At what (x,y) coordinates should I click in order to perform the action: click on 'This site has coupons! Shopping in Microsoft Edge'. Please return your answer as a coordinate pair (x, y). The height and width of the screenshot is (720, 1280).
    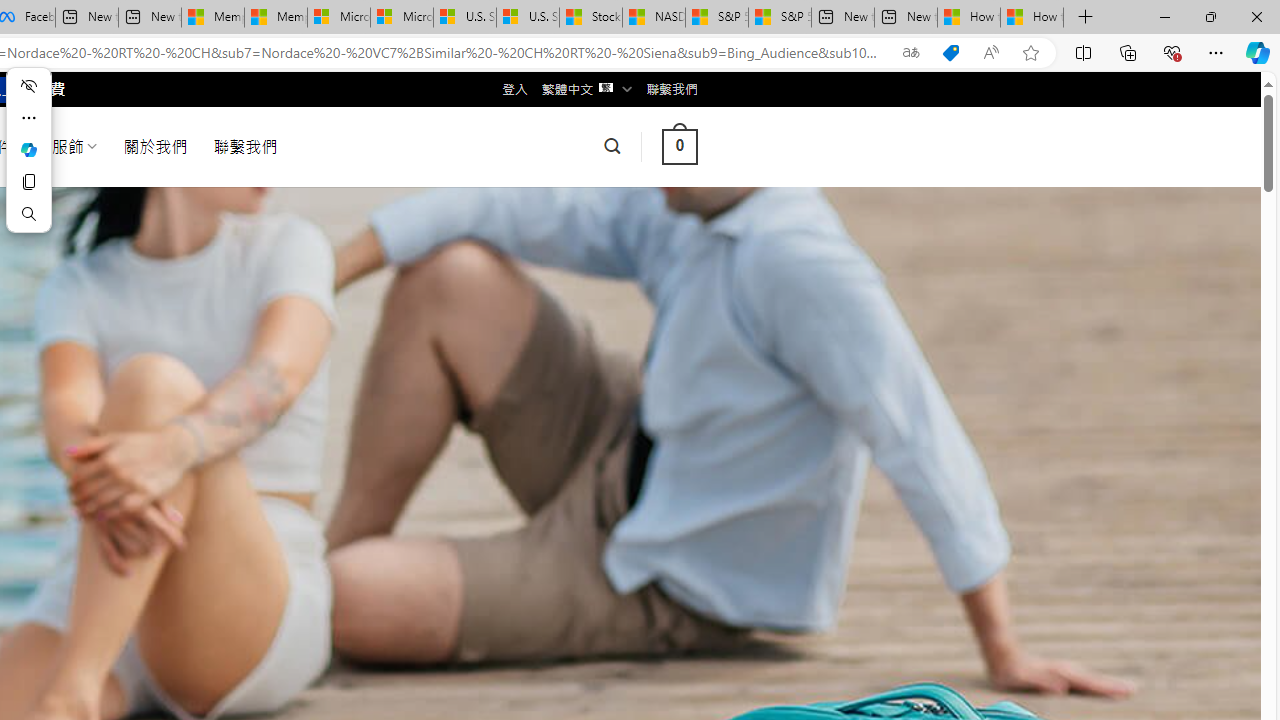
    Looking at the image, I should click on (950, 52).